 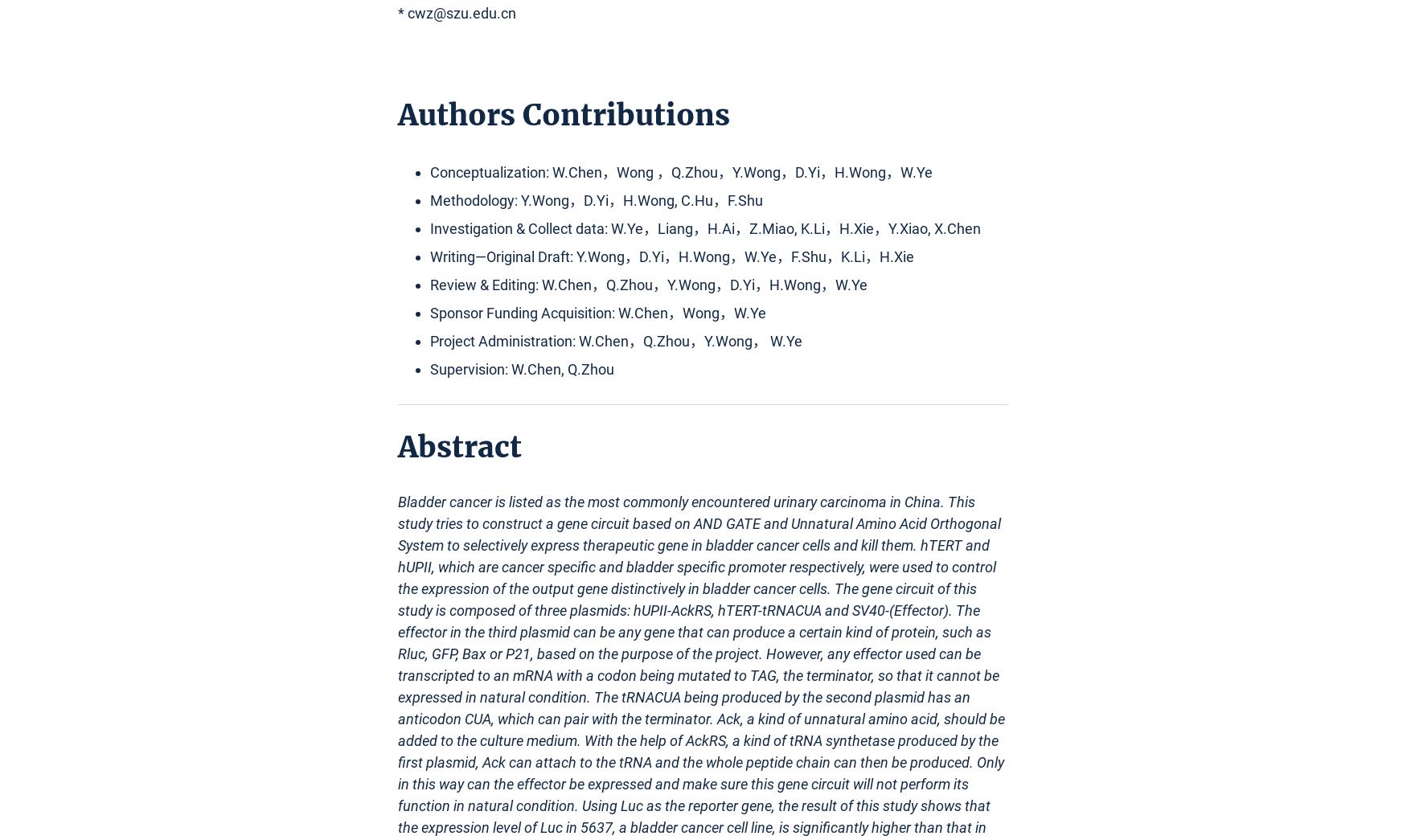 What do you see at coordinates (615, 341) in the screenshot?
I see `'Project Administration: W.Chen，Q.Zhou，Y.Wong， W.Ye'` at bounding box center [615, 341].